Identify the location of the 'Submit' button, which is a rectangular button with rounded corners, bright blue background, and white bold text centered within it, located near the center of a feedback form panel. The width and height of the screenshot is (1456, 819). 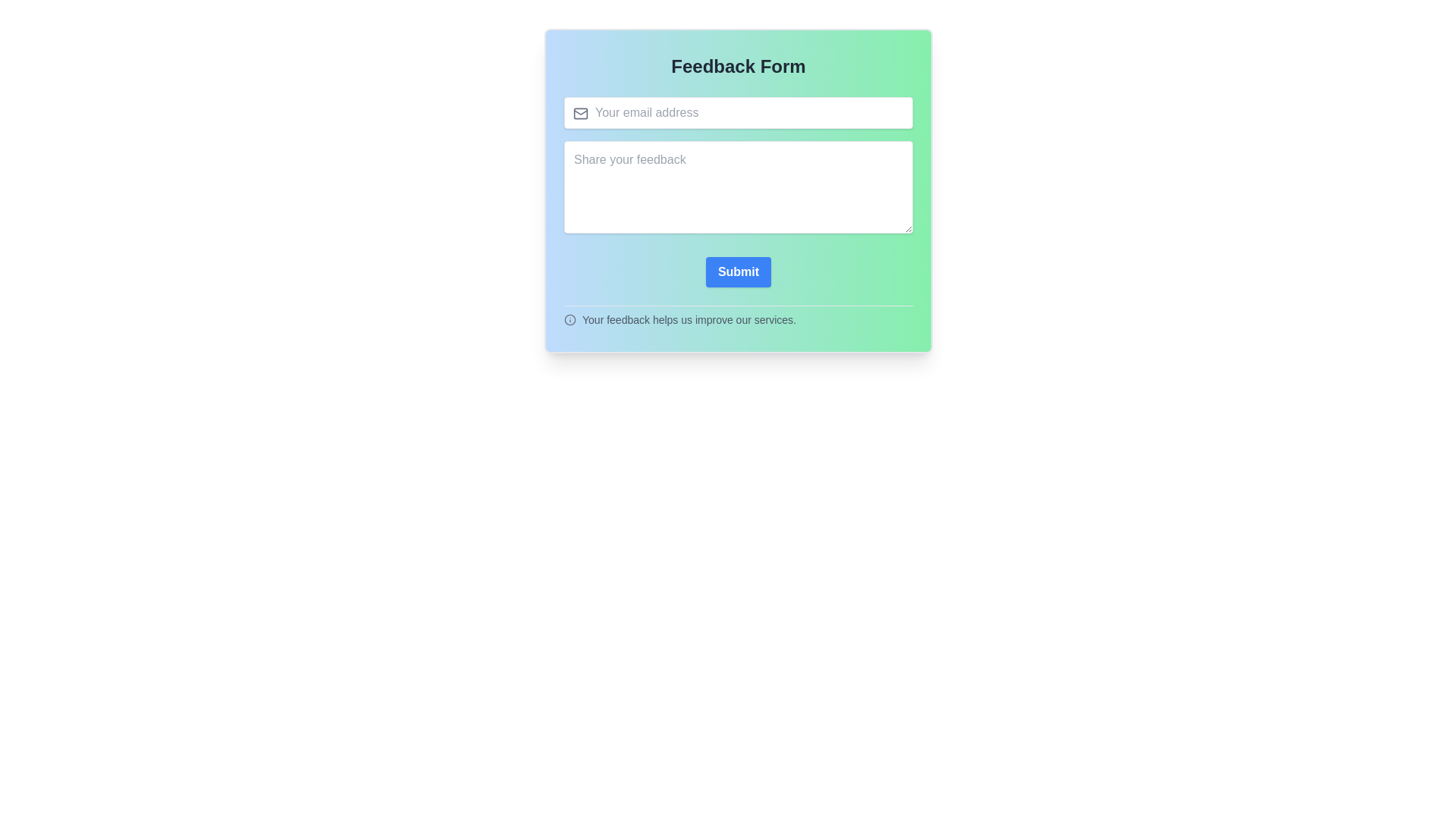
(739, 271).